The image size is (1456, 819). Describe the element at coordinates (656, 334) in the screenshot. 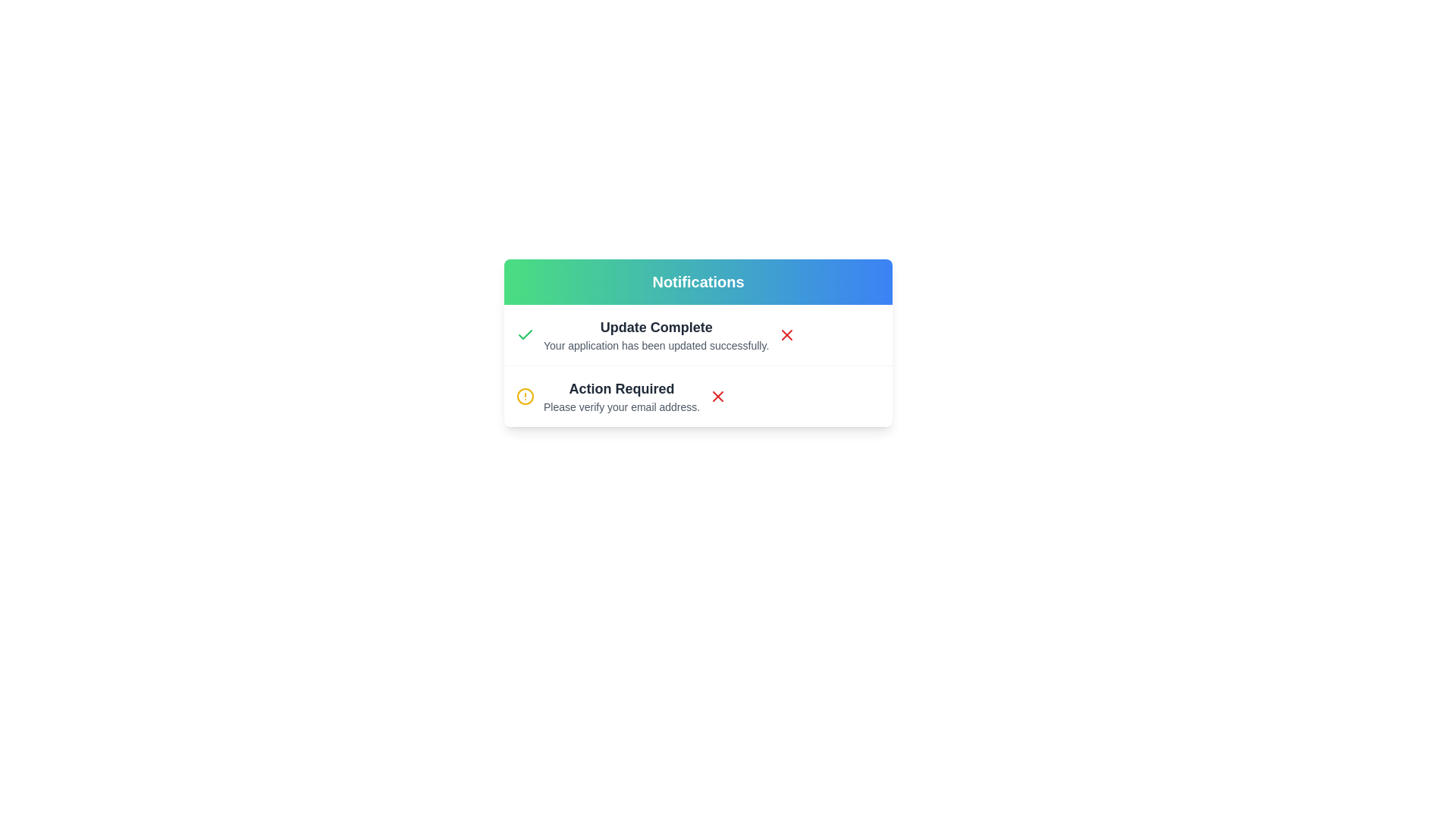

I see `the success message text block that indicates the successful application update, located under the 'Notifications' heading in the central region of the dialog box` at that location.